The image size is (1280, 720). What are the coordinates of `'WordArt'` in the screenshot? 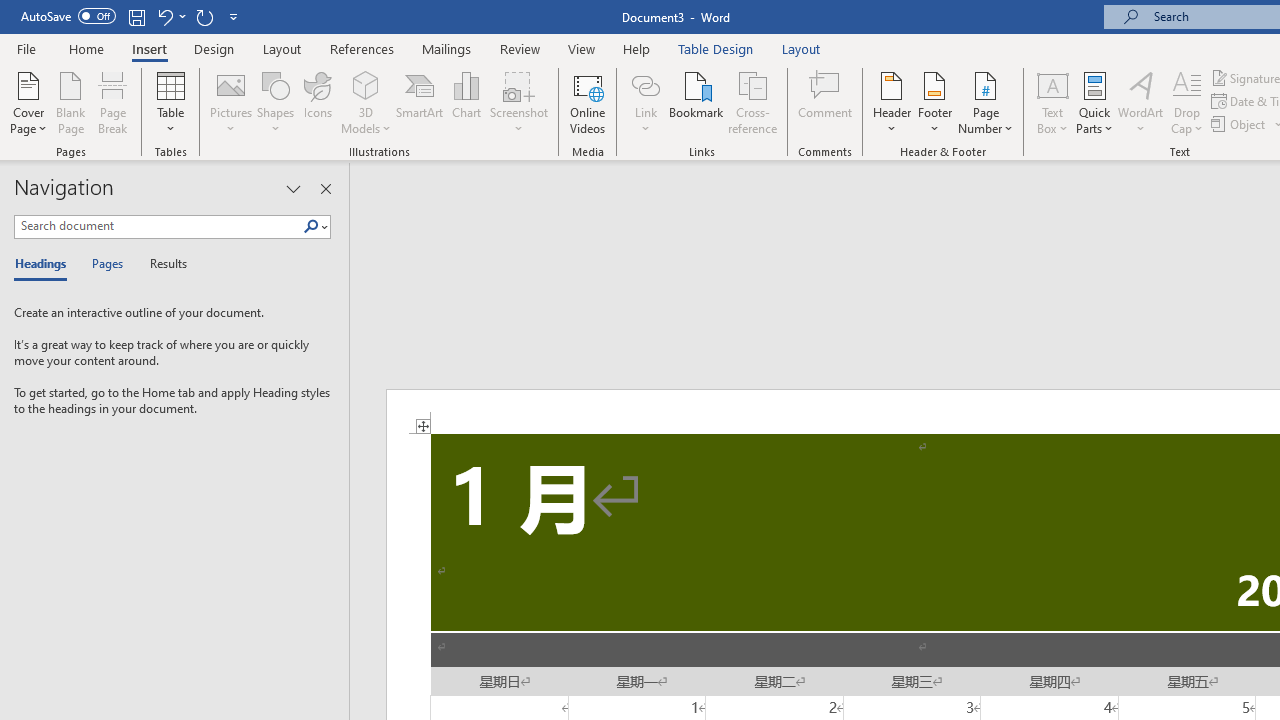 It's located at (1141, 103).